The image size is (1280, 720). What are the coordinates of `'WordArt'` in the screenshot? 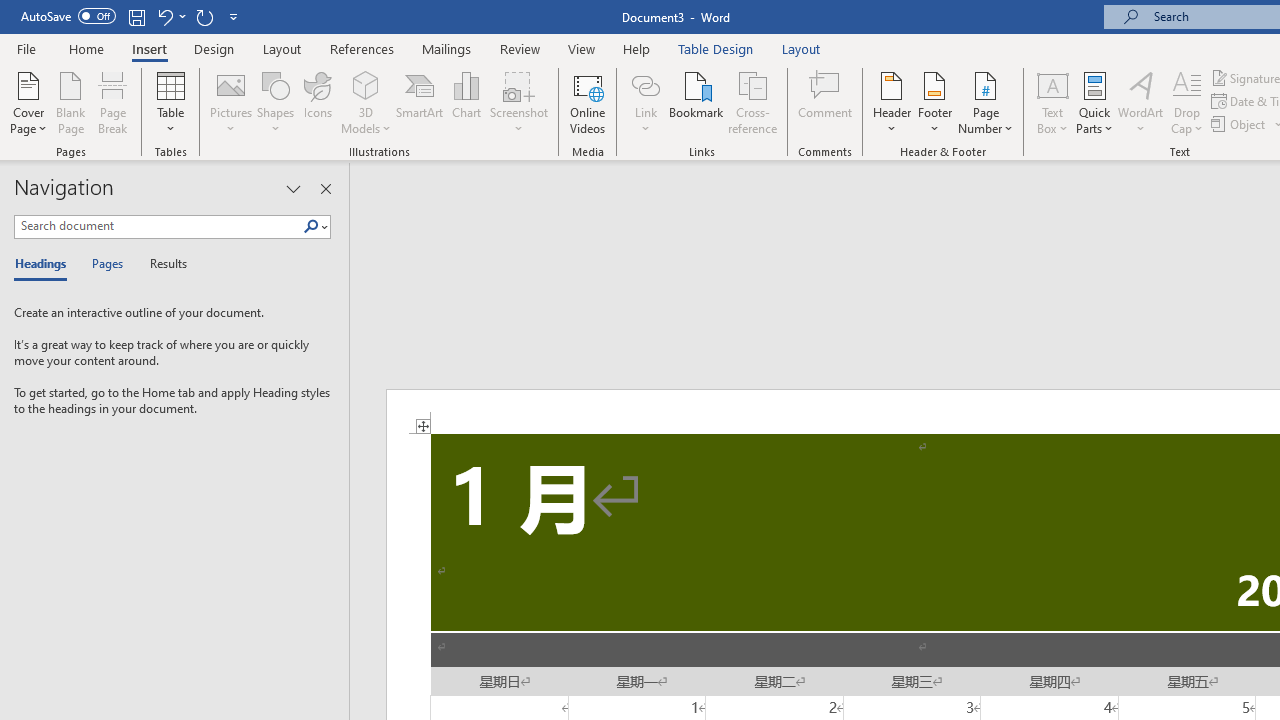 It's located at (1141, 103).